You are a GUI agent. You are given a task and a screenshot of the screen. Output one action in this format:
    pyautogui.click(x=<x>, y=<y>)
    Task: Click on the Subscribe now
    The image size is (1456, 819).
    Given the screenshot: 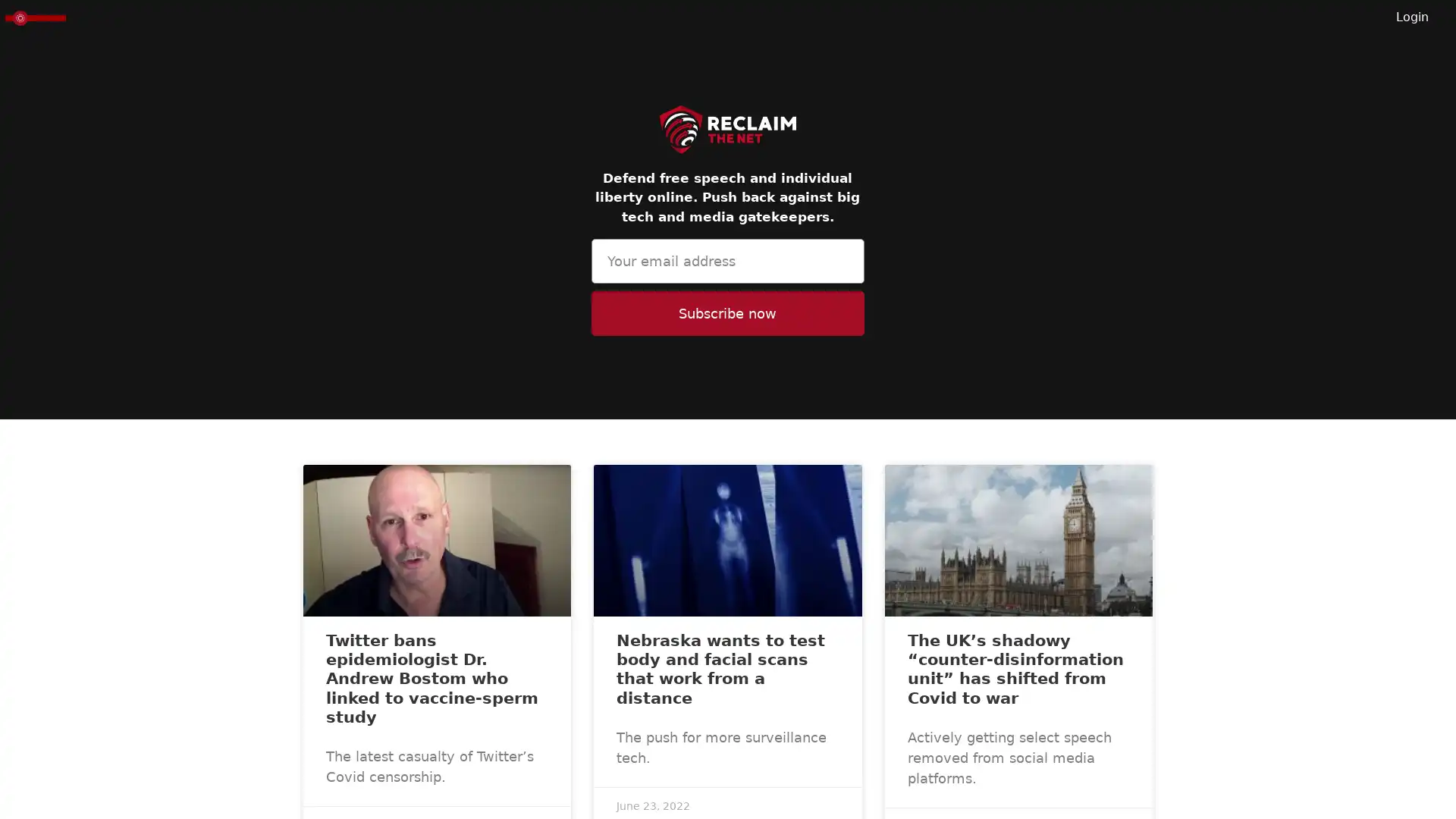 What is the action you would take?
    pyautogui.click(x=726, y=312)
    